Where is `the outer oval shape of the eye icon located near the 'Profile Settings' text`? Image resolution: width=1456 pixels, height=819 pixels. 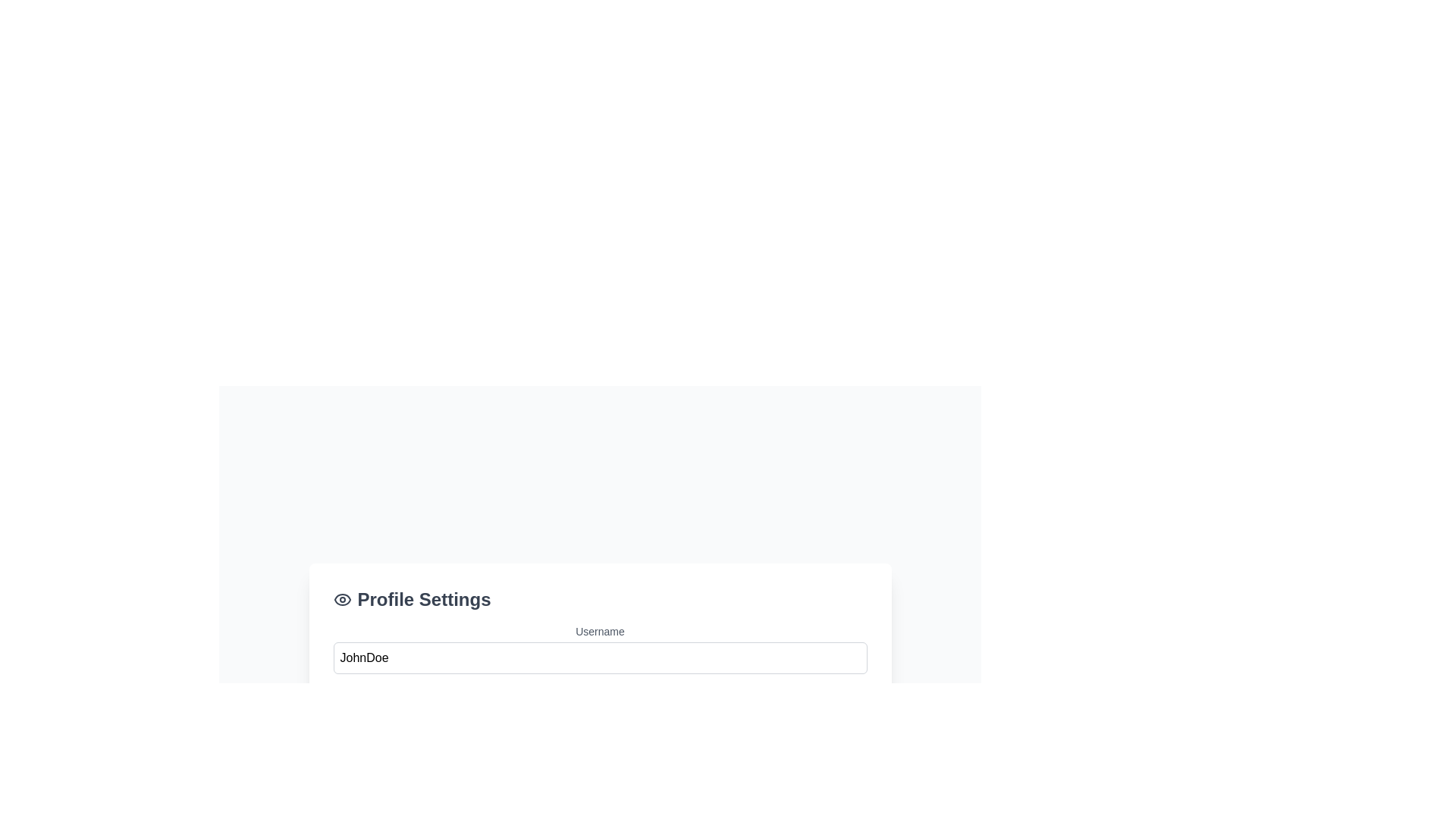 the outer oval shape of the eye icon located near the 'Profile Settings' text is located at coordinates (341, 598).